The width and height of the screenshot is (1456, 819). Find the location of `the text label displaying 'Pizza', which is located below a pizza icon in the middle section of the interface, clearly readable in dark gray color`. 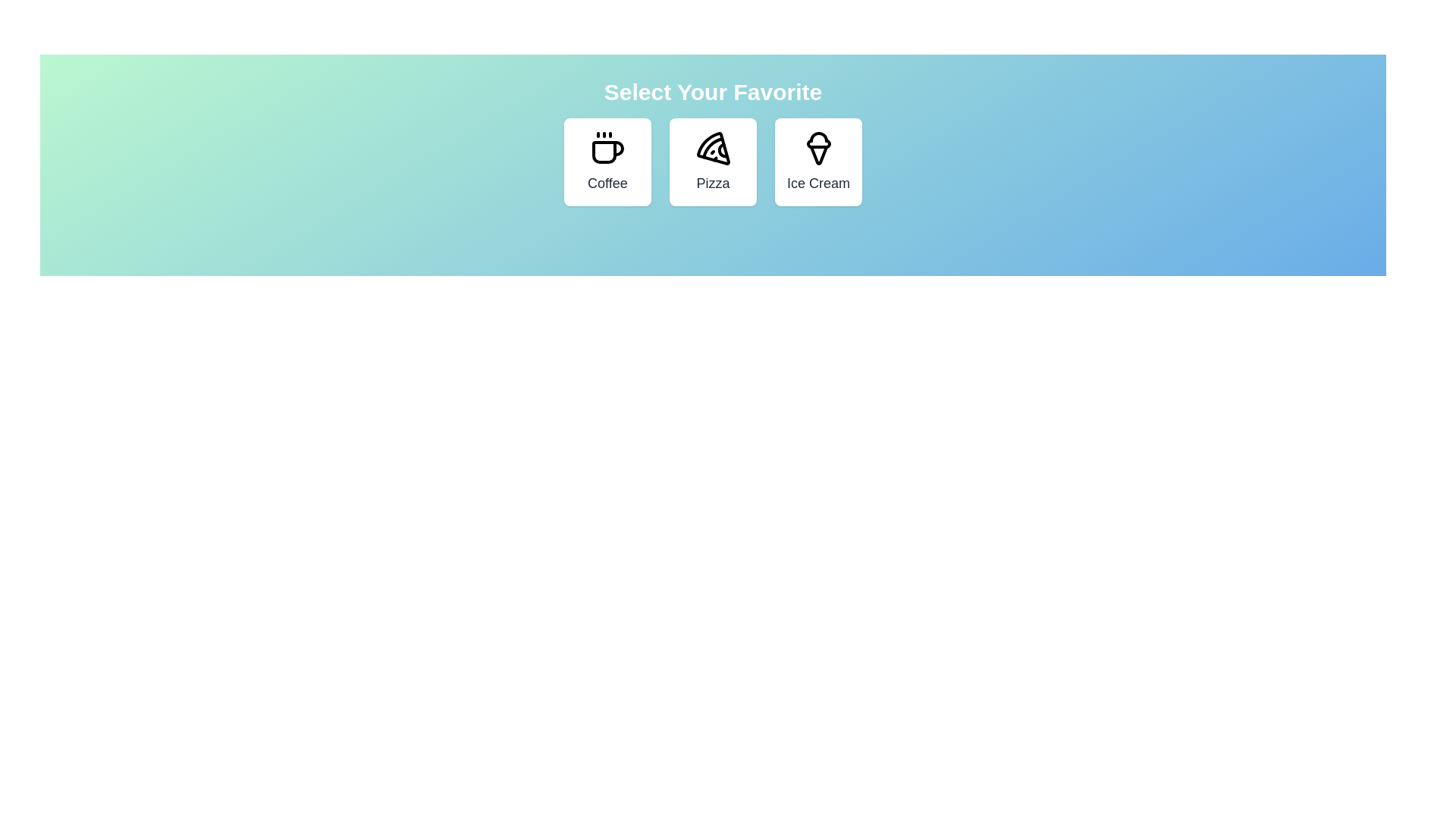

the text label displaying 'Pizza', which is located below a pizza icon in the middle section of the interface, clearly readable in dark gray color is located at coordinates (712, 183).